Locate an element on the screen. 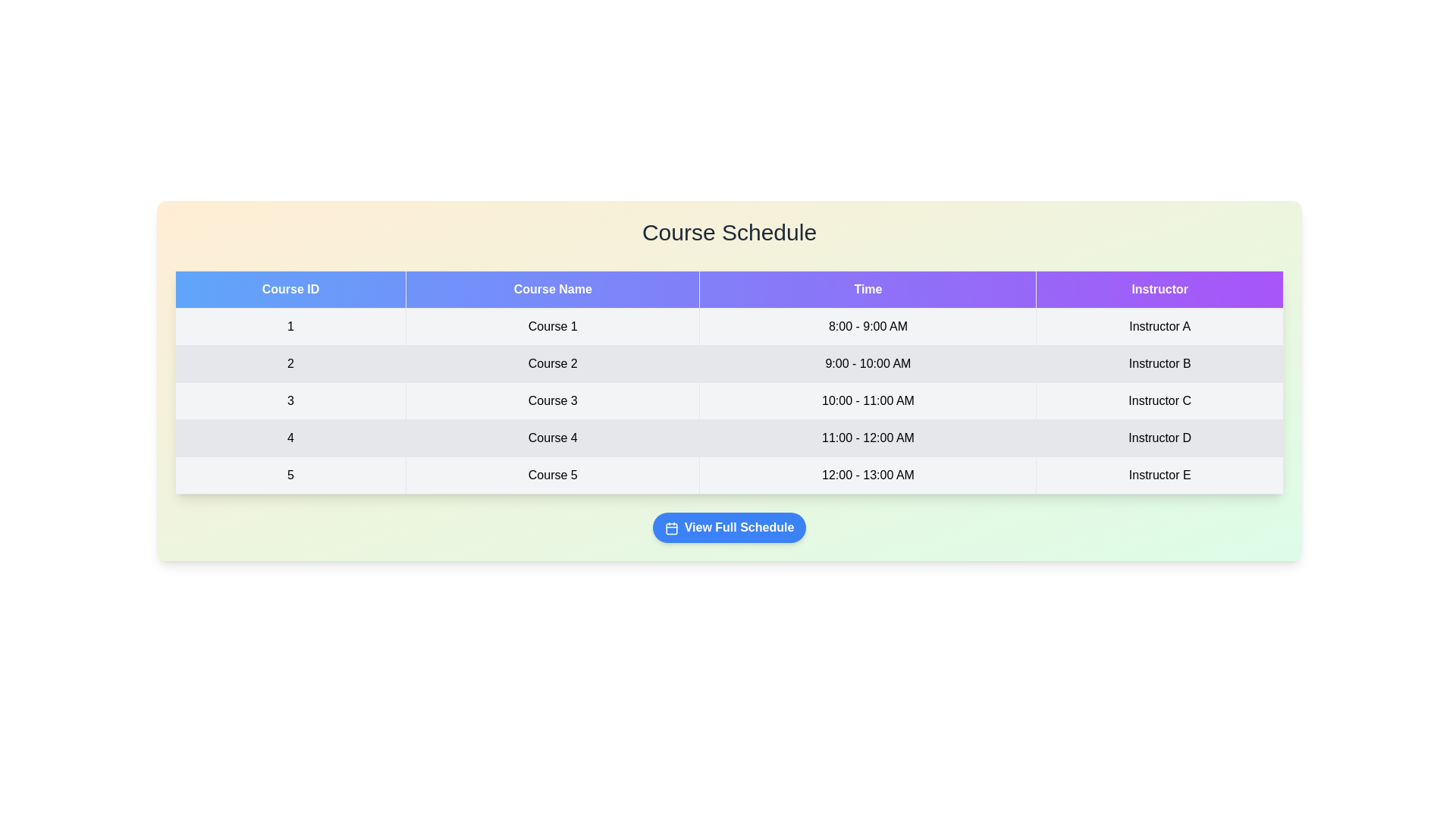 This screenshot has width=1456, height=819. the row corresponding to 5 is located at coordinates (729, 475).